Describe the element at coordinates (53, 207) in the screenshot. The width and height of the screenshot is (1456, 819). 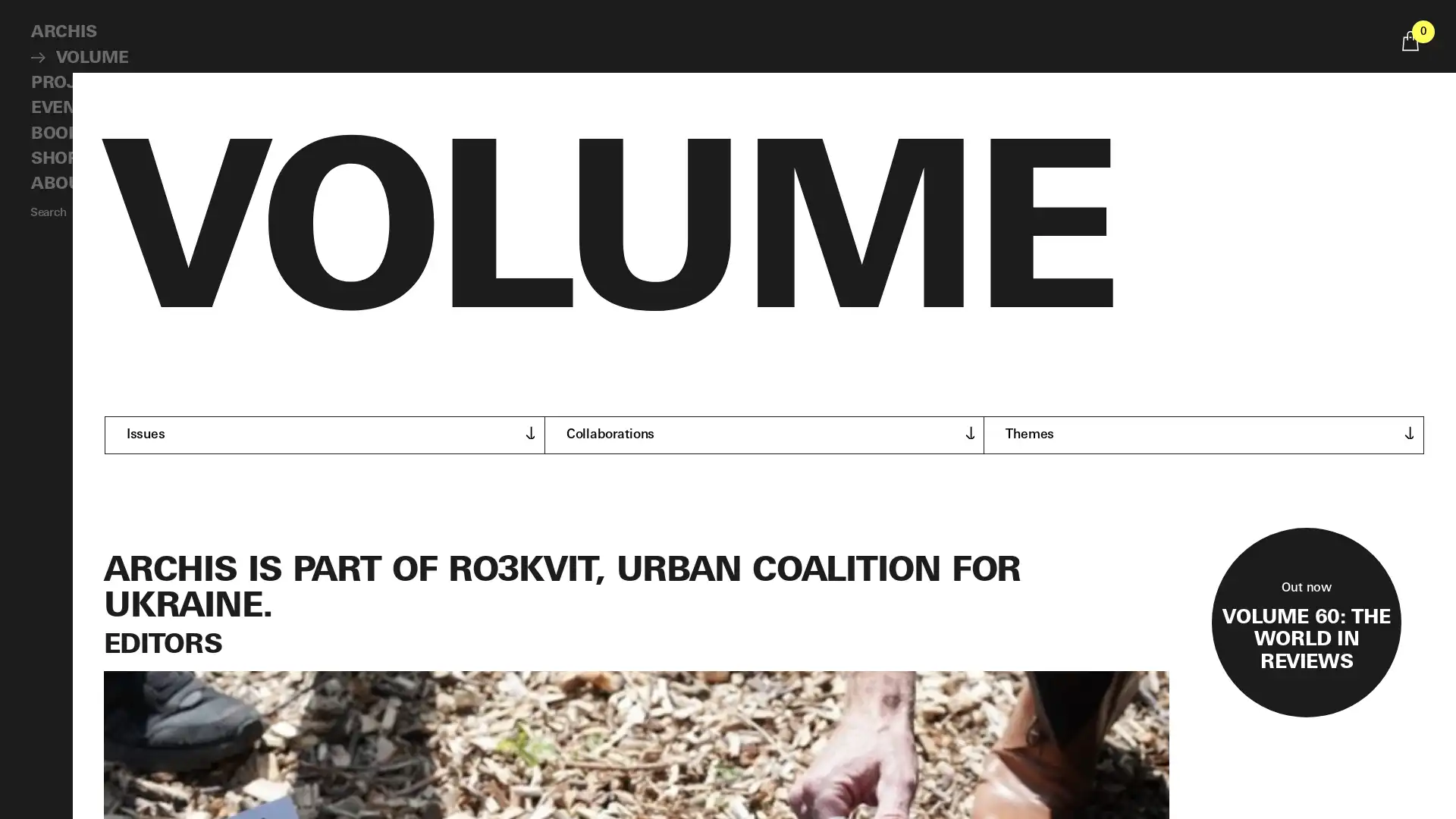
I see `Search` at that location.